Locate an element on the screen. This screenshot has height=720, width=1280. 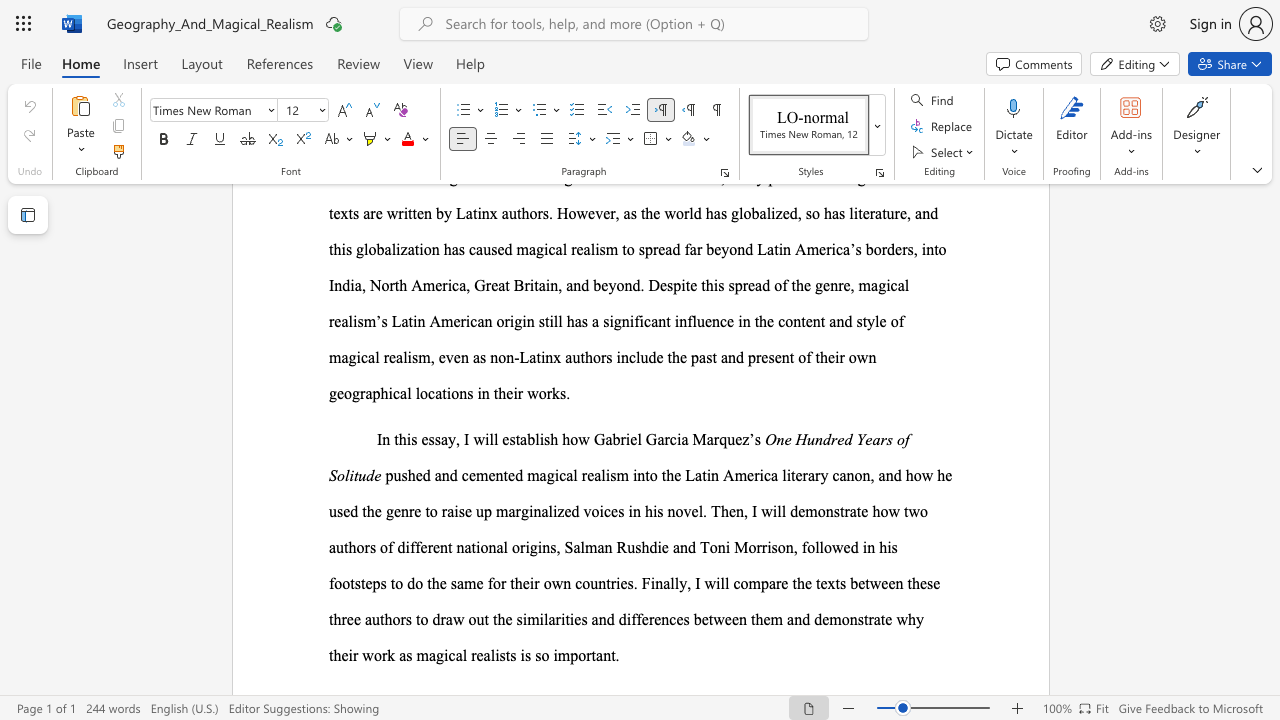
the subset text "te" within the text "demonstrate" is located at coordinates (856, 510).